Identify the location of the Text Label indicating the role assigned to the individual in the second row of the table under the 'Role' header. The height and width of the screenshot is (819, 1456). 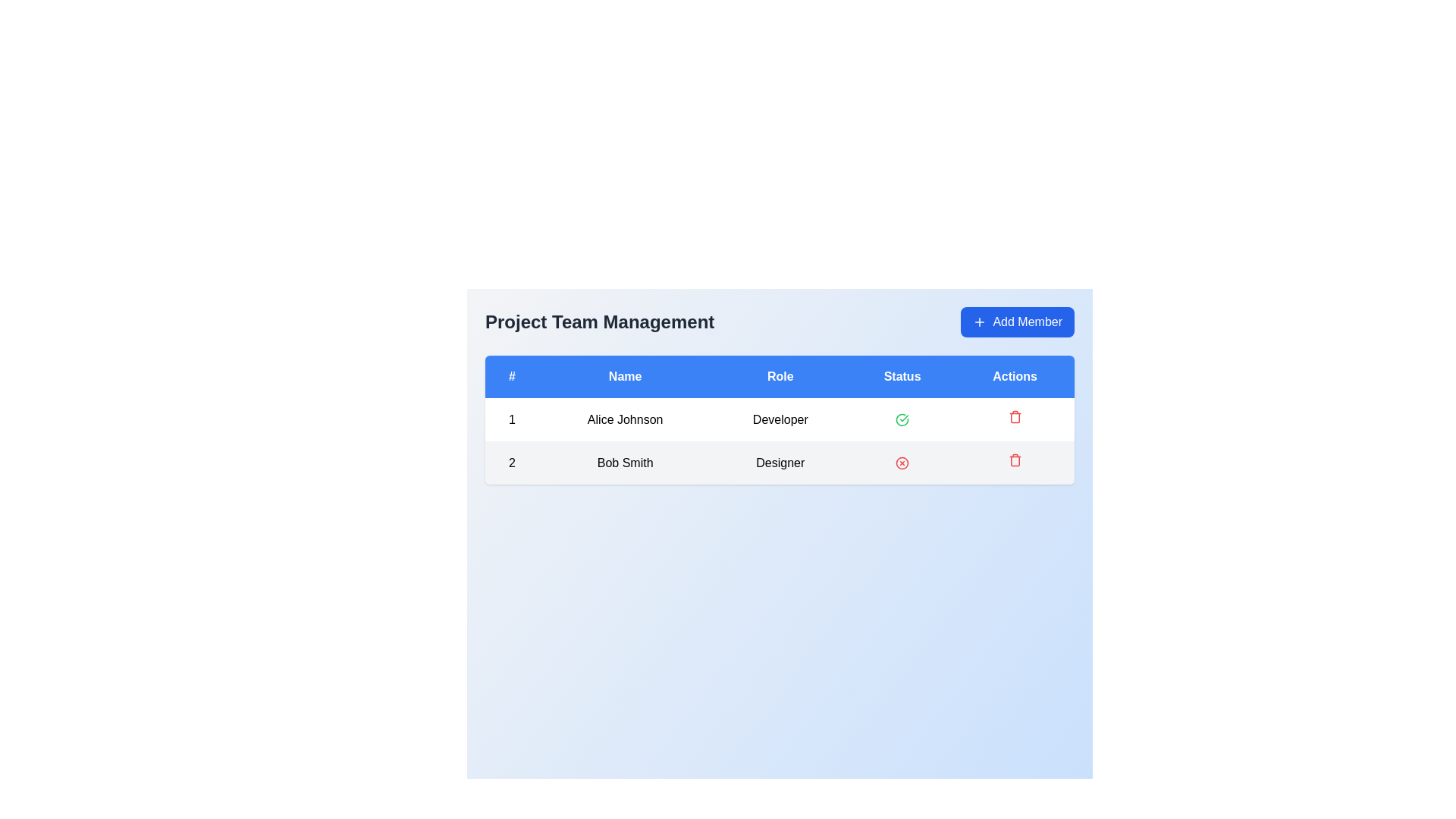
(780, 462).